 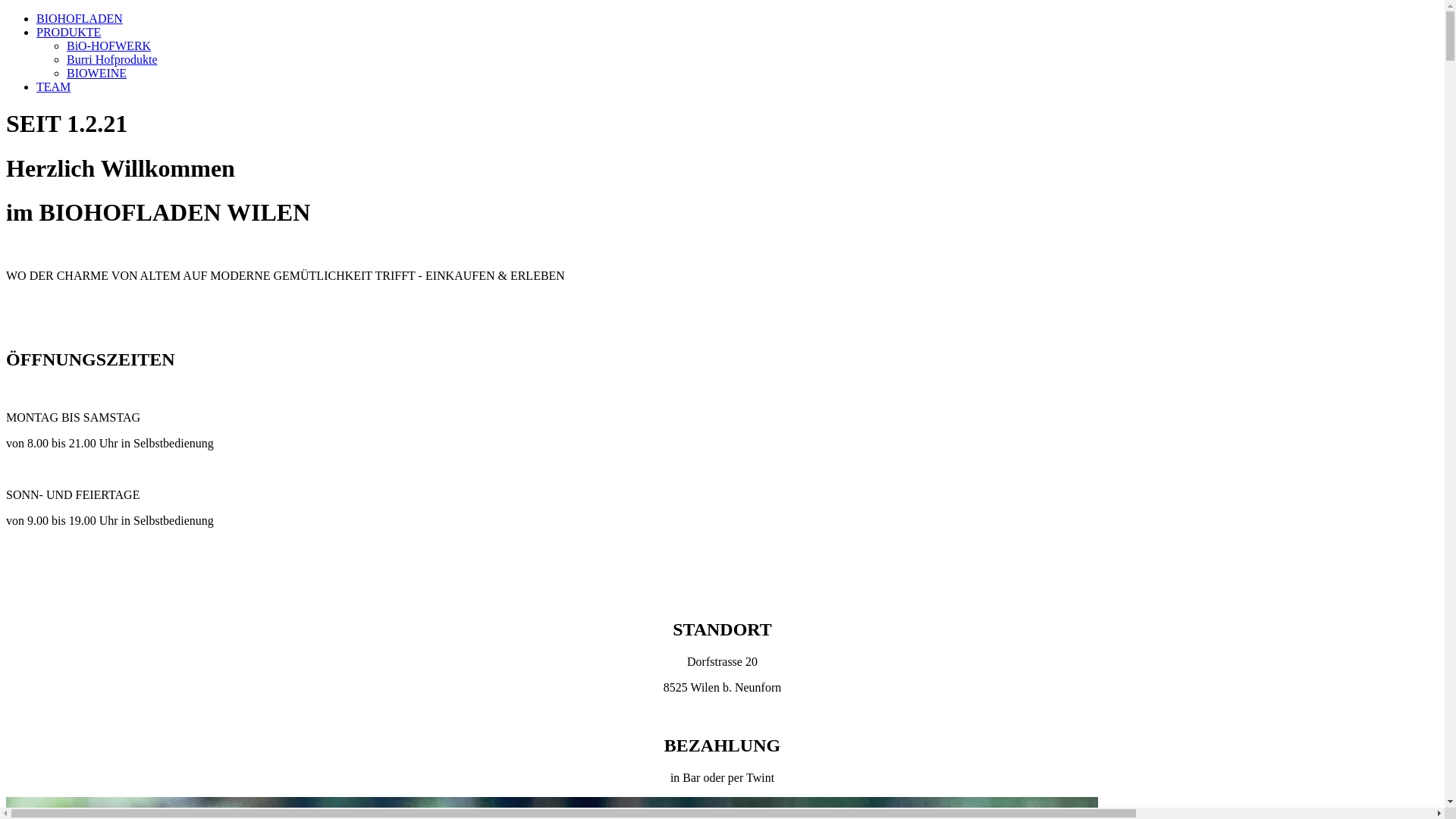 What do you see at coordinates (108, 45) in the screenshot?
I see `'BiO-HOFWERK'` at bounding box center [108, 45].